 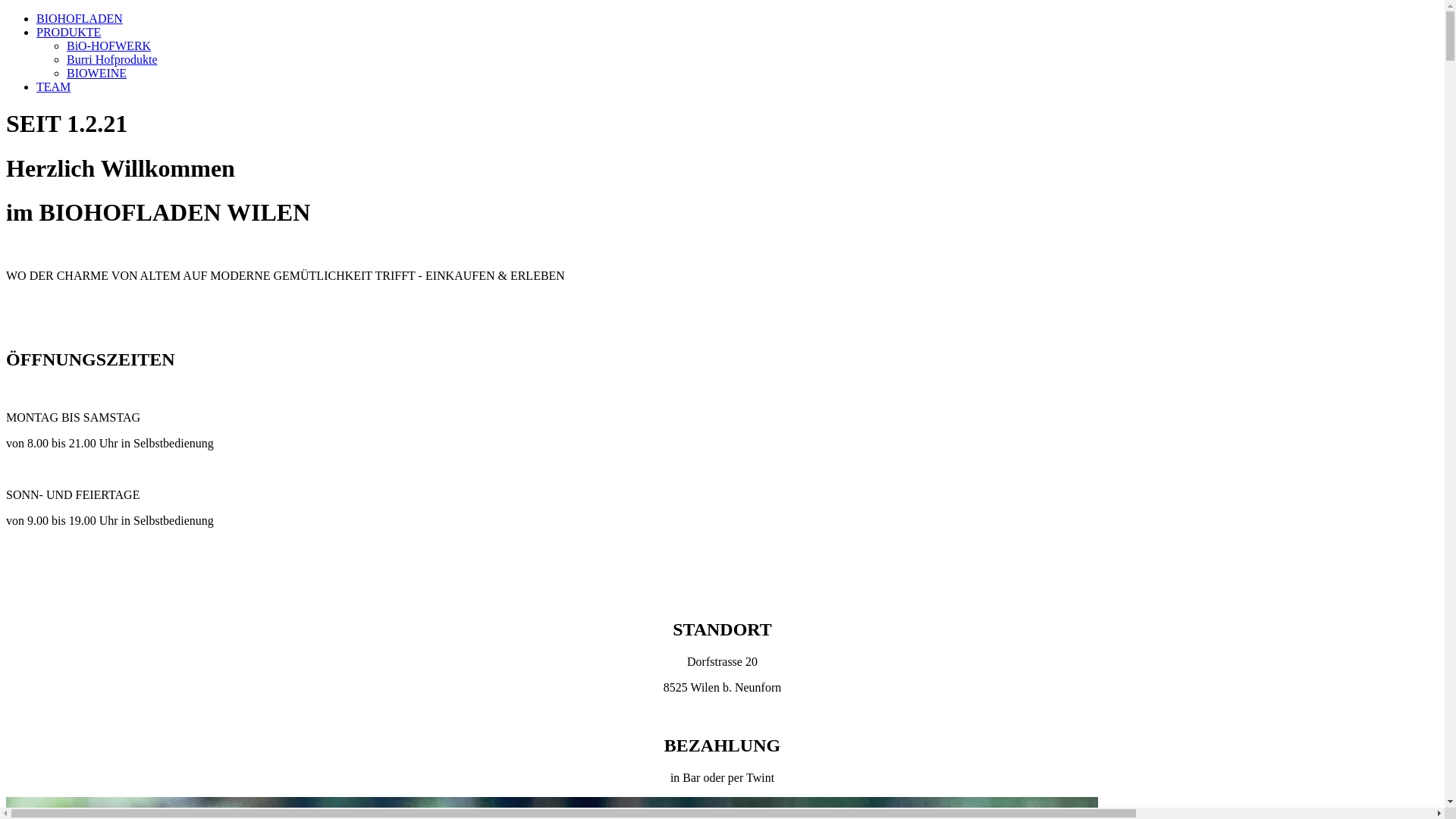 What do you see at coordinates (108, 45) in the screenshot?
I see `'BiO-HOFWERK'` at bounding box center [108, 45].